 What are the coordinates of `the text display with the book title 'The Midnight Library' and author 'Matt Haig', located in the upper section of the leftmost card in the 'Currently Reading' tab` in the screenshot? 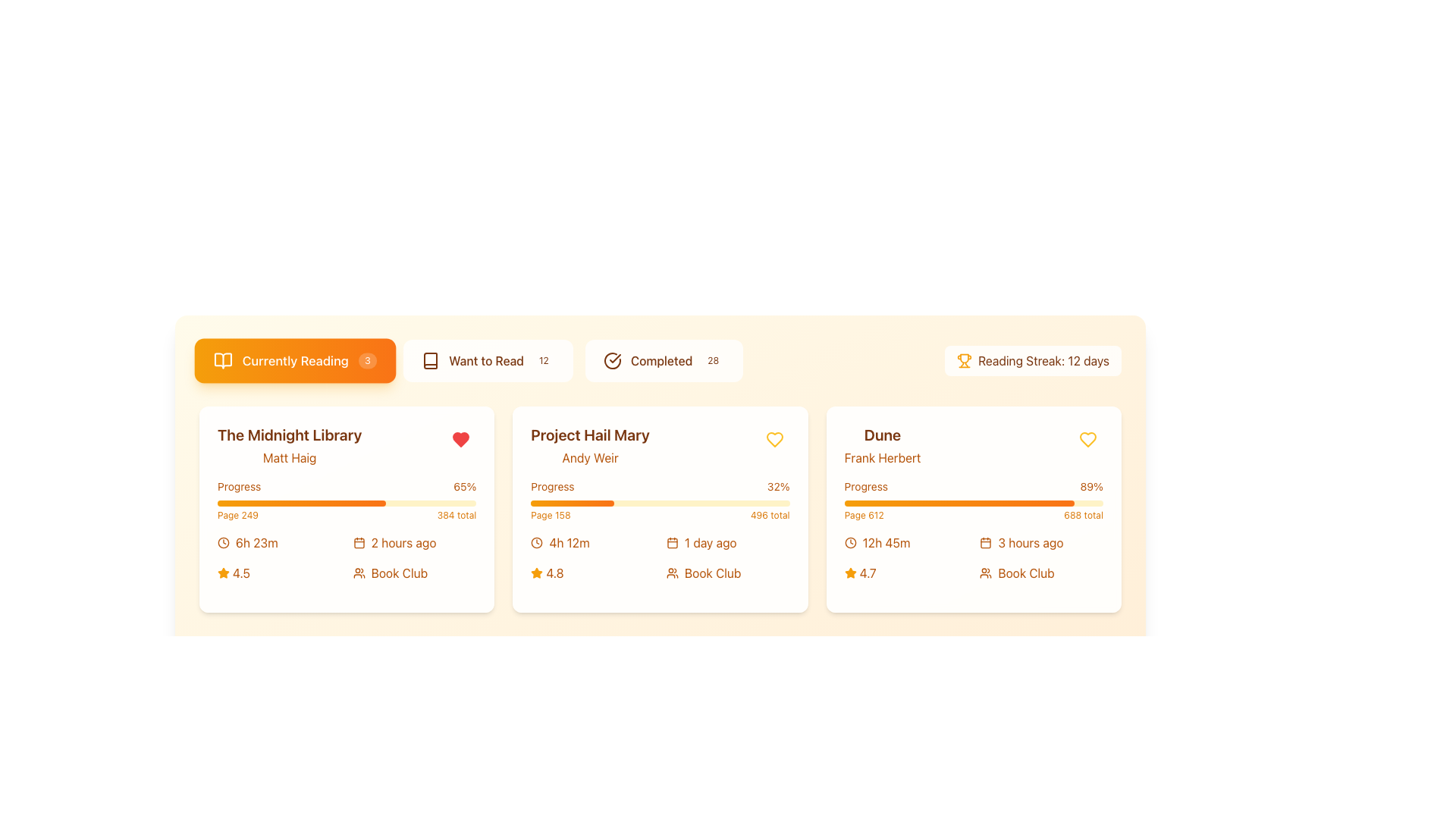 It's located at (346, 444).